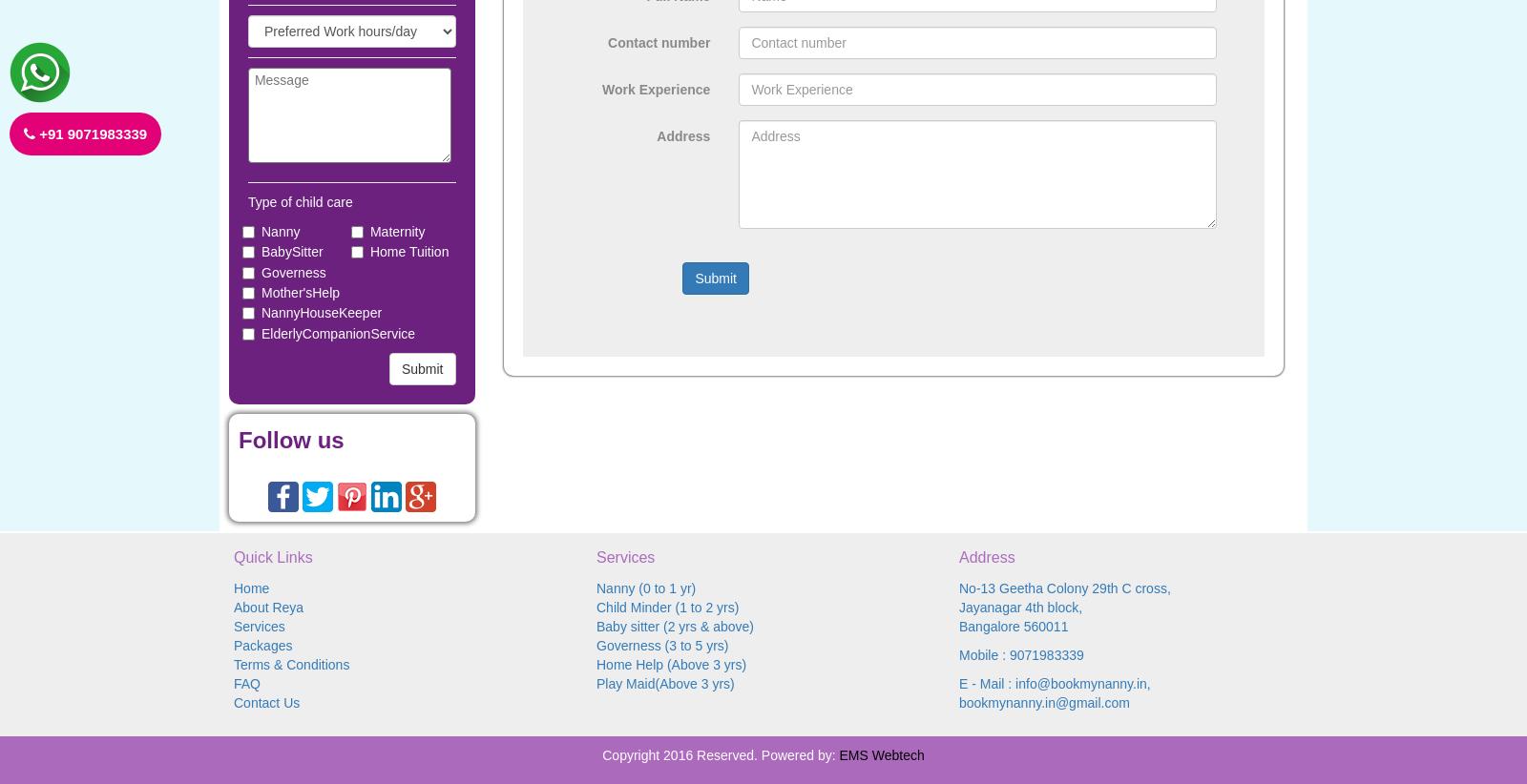  Describe the element at coordinates (261, 251) in the screenshot. I see `'BabySitter'` at that location.